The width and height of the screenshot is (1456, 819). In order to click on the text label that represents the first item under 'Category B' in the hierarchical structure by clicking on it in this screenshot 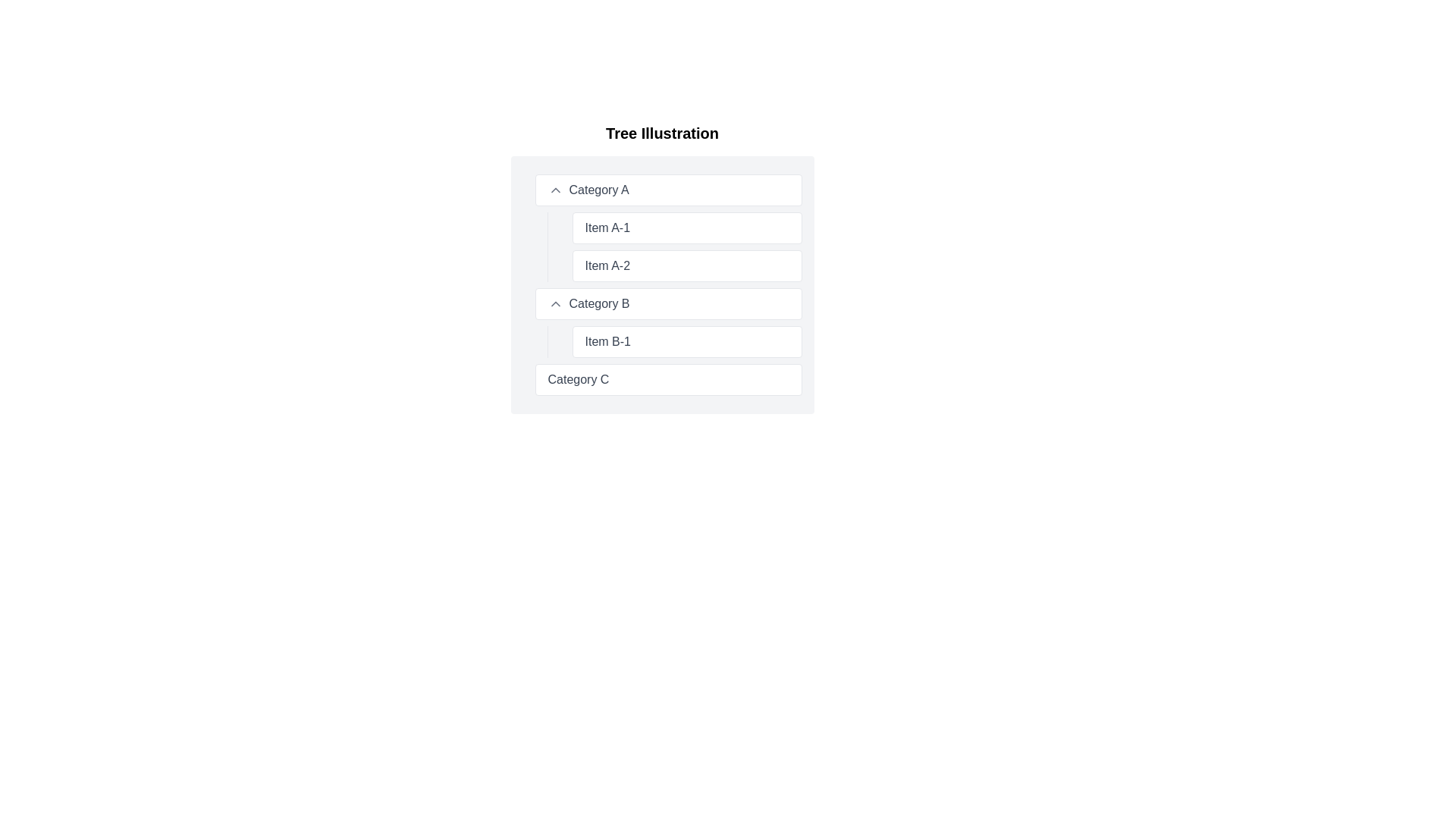, I will do `click(673, 342)`.